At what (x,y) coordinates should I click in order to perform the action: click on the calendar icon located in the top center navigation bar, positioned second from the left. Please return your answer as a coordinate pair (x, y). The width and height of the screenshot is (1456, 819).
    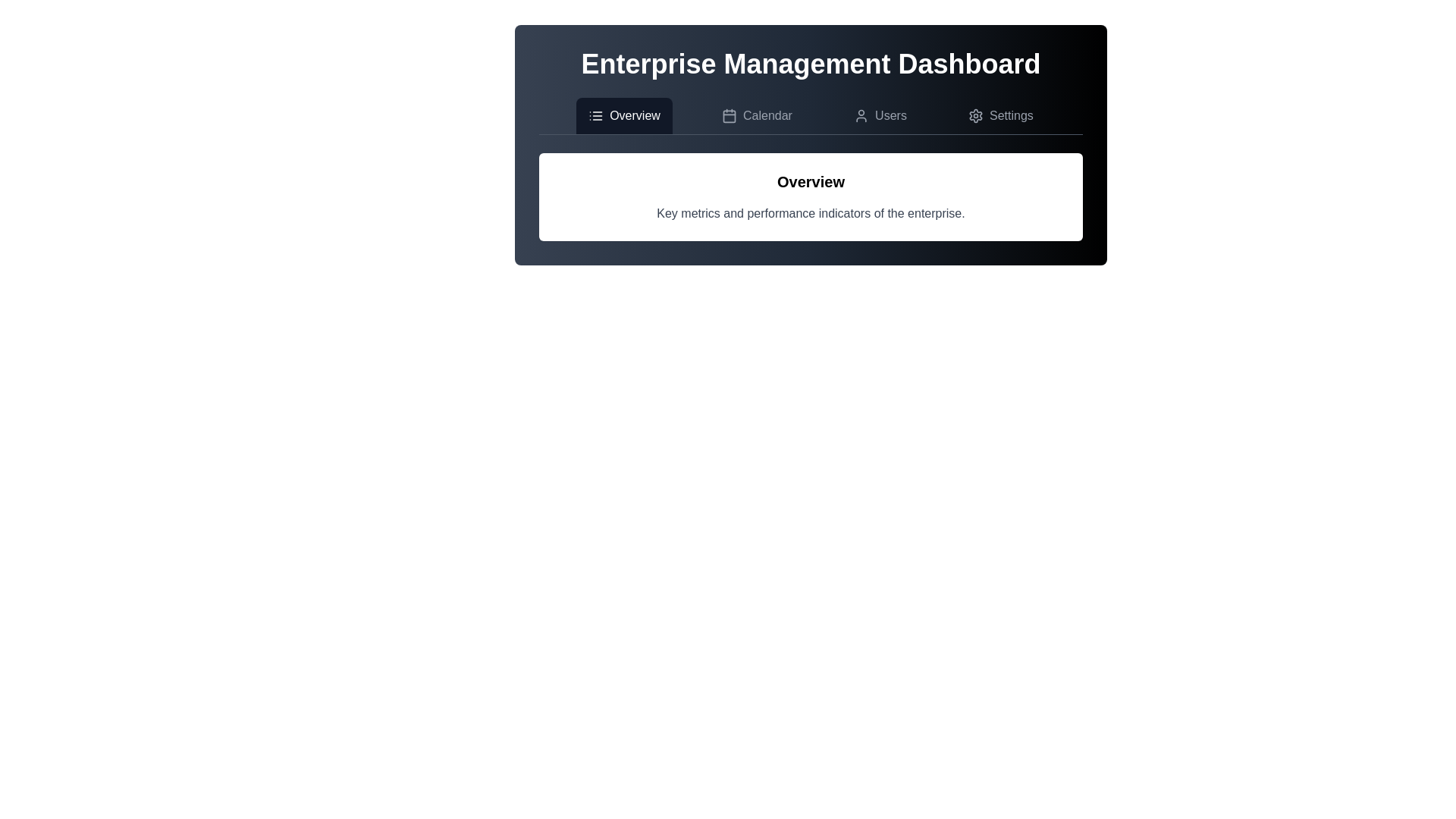
    Looking at the image, I should click on (729, 115).